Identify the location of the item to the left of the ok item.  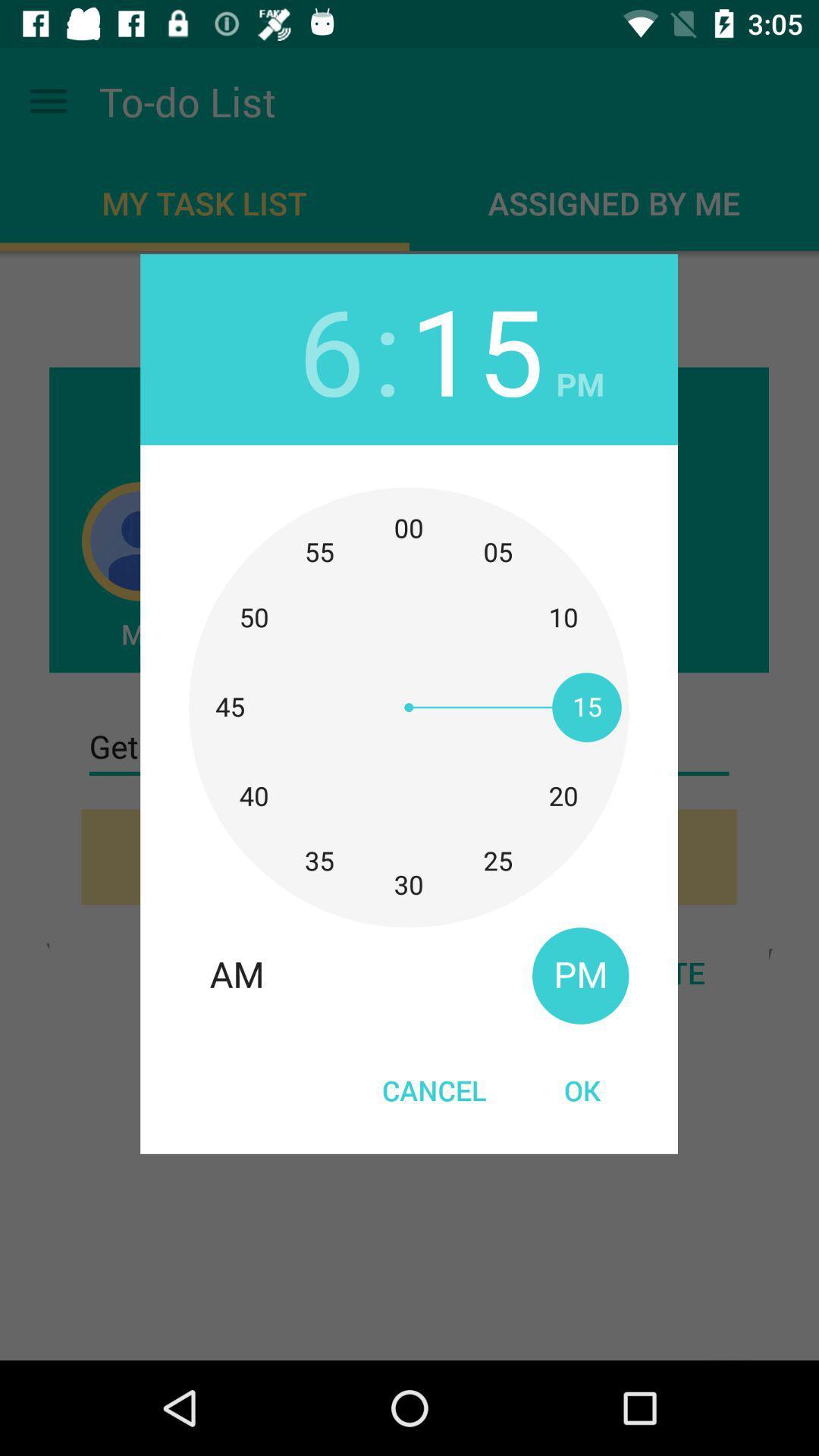
(435, 1089).